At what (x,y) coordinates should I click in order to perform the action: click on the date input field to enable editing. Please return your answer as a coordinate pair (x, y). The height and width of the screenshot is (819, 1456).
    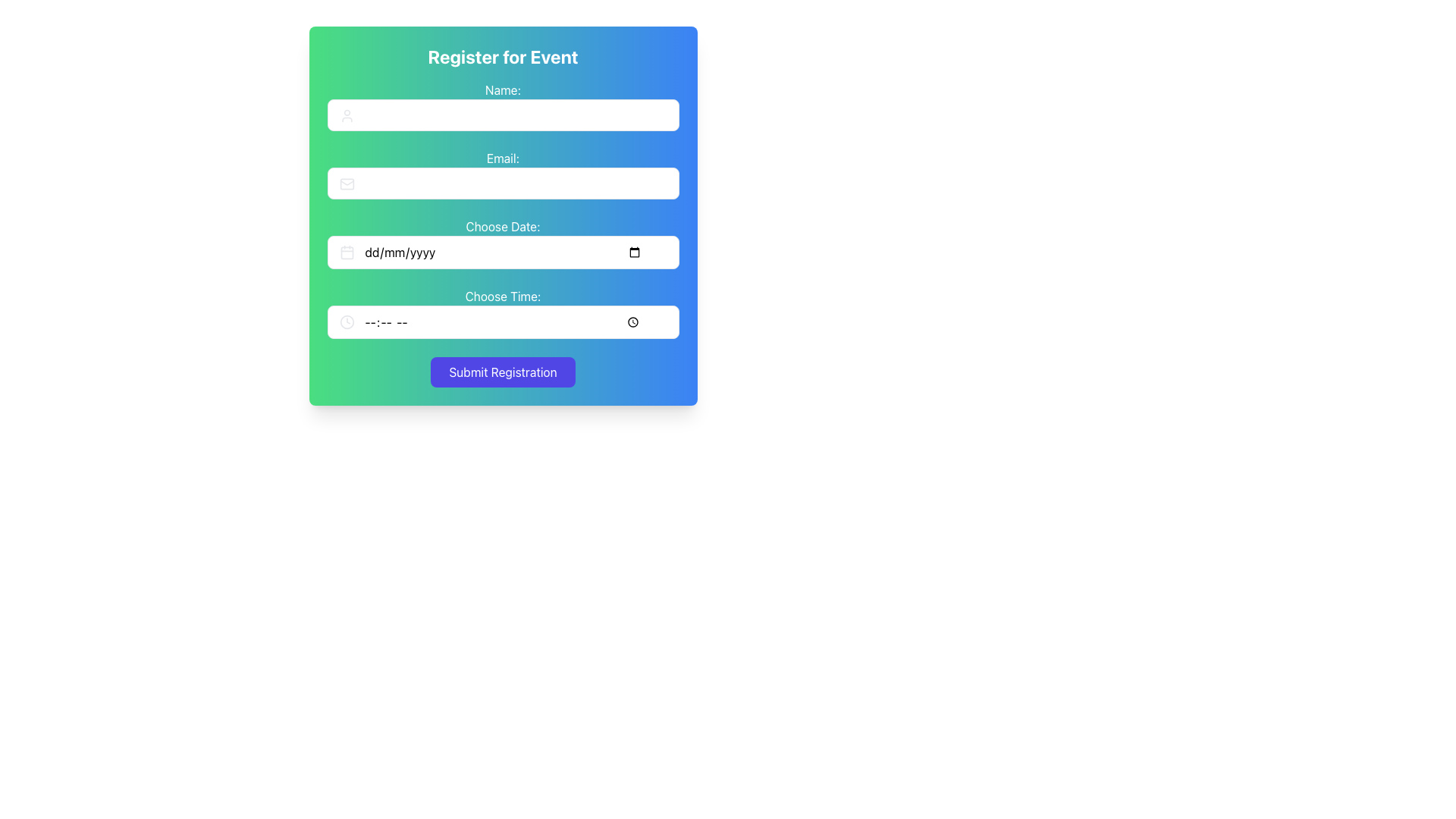
    Looking at the image, I should click on (503, 251).